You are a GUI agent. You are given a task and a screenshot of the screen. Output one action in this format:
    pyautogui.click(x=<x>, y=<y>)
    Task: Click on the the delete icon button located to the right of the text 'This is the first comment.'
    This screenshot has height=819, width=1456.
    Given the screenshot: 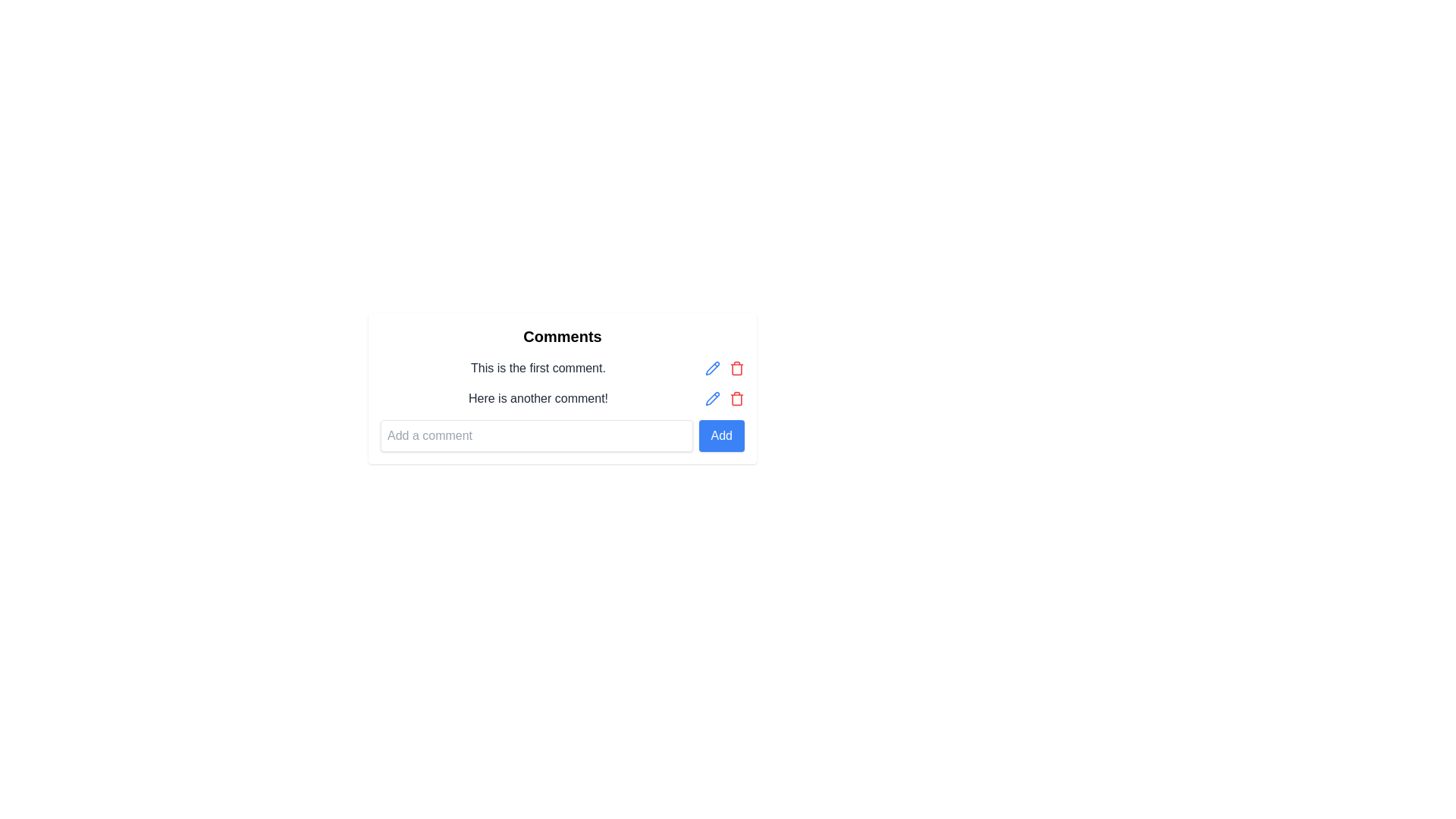 What is the action you would take?
    pyautogui.click(x=736, y=369)
    